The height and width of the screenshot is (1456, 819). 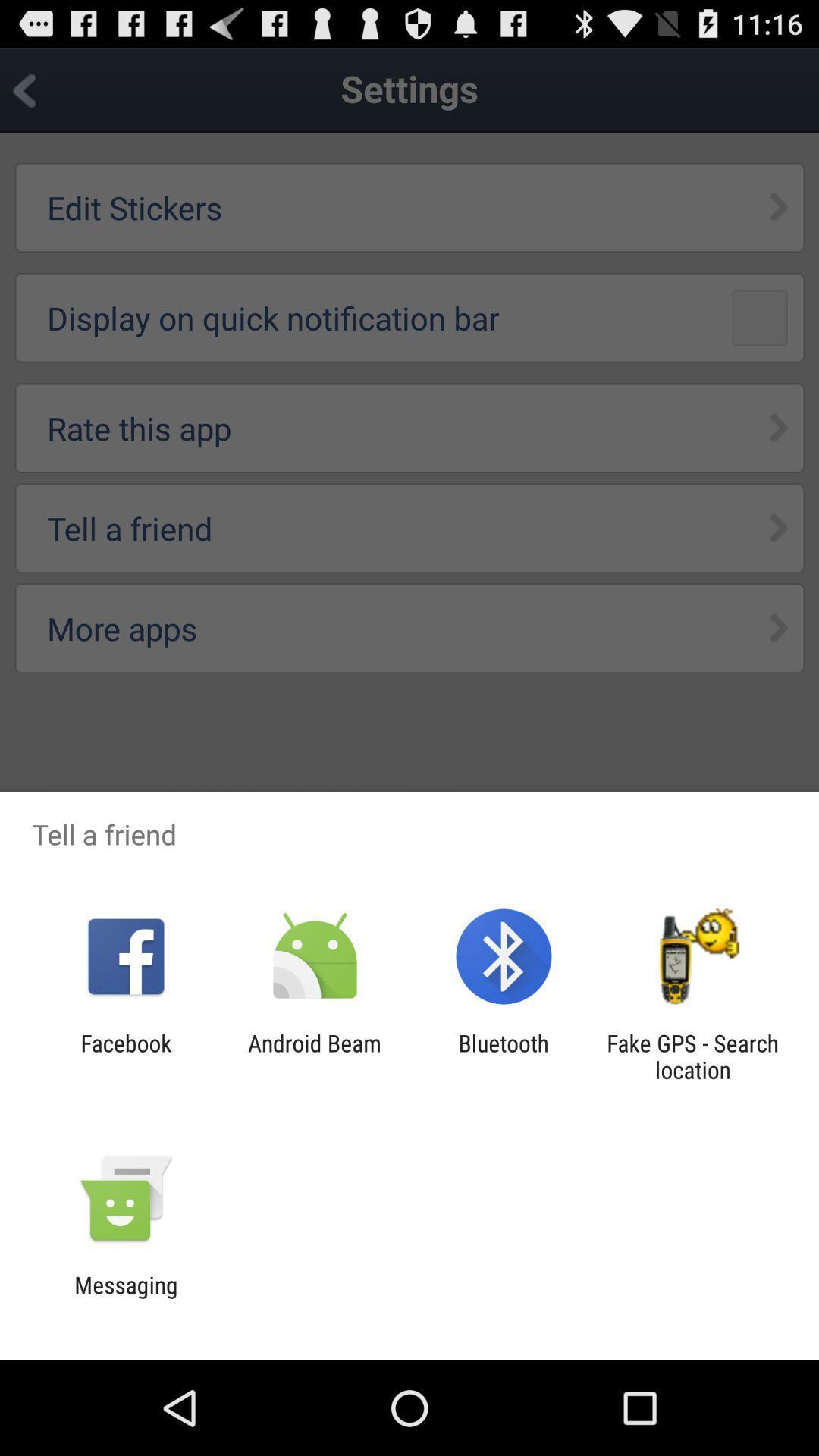 I want to click on facebook app, so click(x=125, y=1056).